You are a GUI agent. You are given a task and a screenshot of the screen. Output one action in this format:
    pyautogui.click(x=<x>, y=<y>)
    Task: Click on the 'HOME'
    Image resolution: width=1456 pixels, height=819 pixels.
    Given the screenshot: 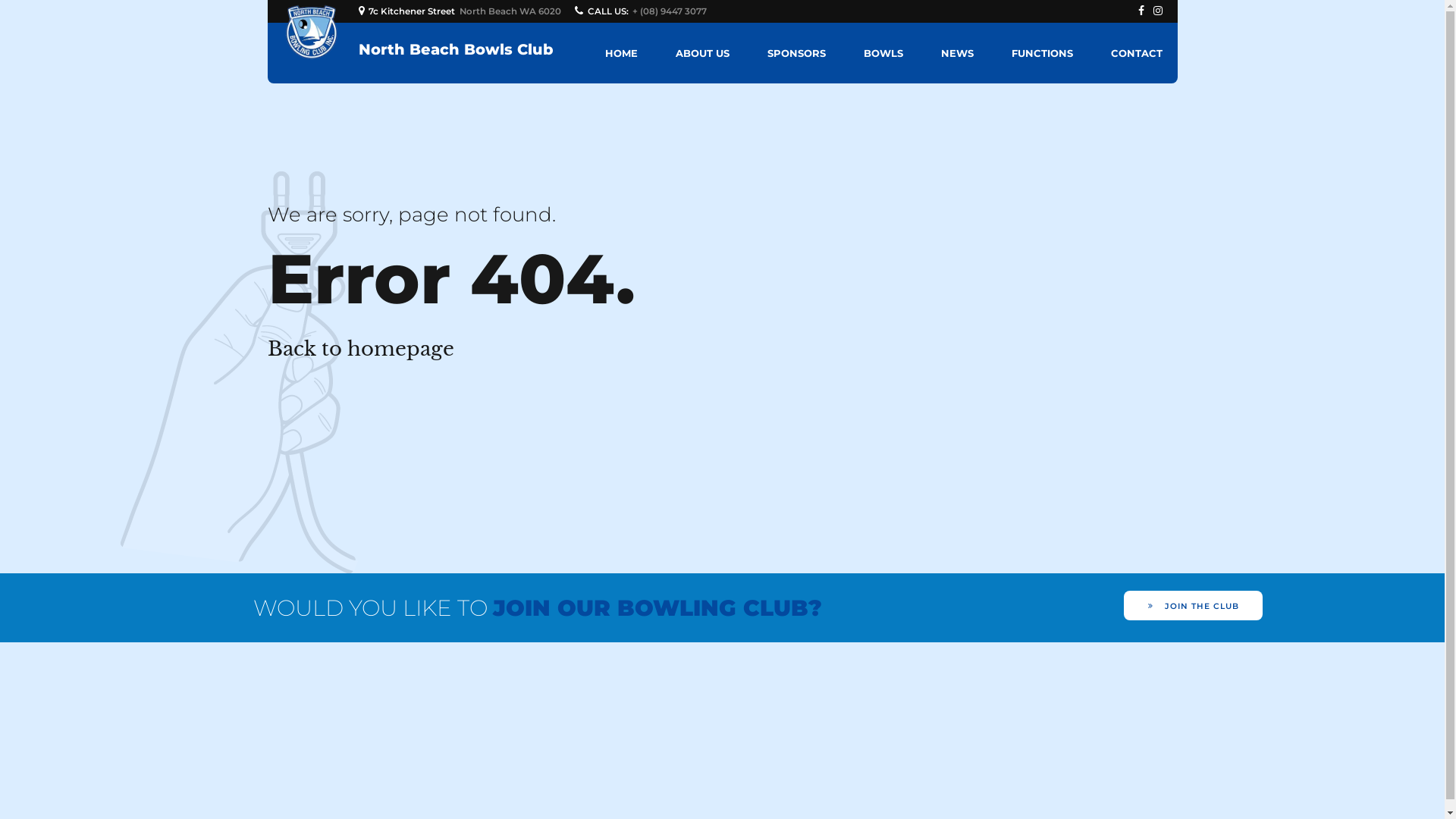 What is the action you would take?
    pyautogui.click(x=621, y=52)
    